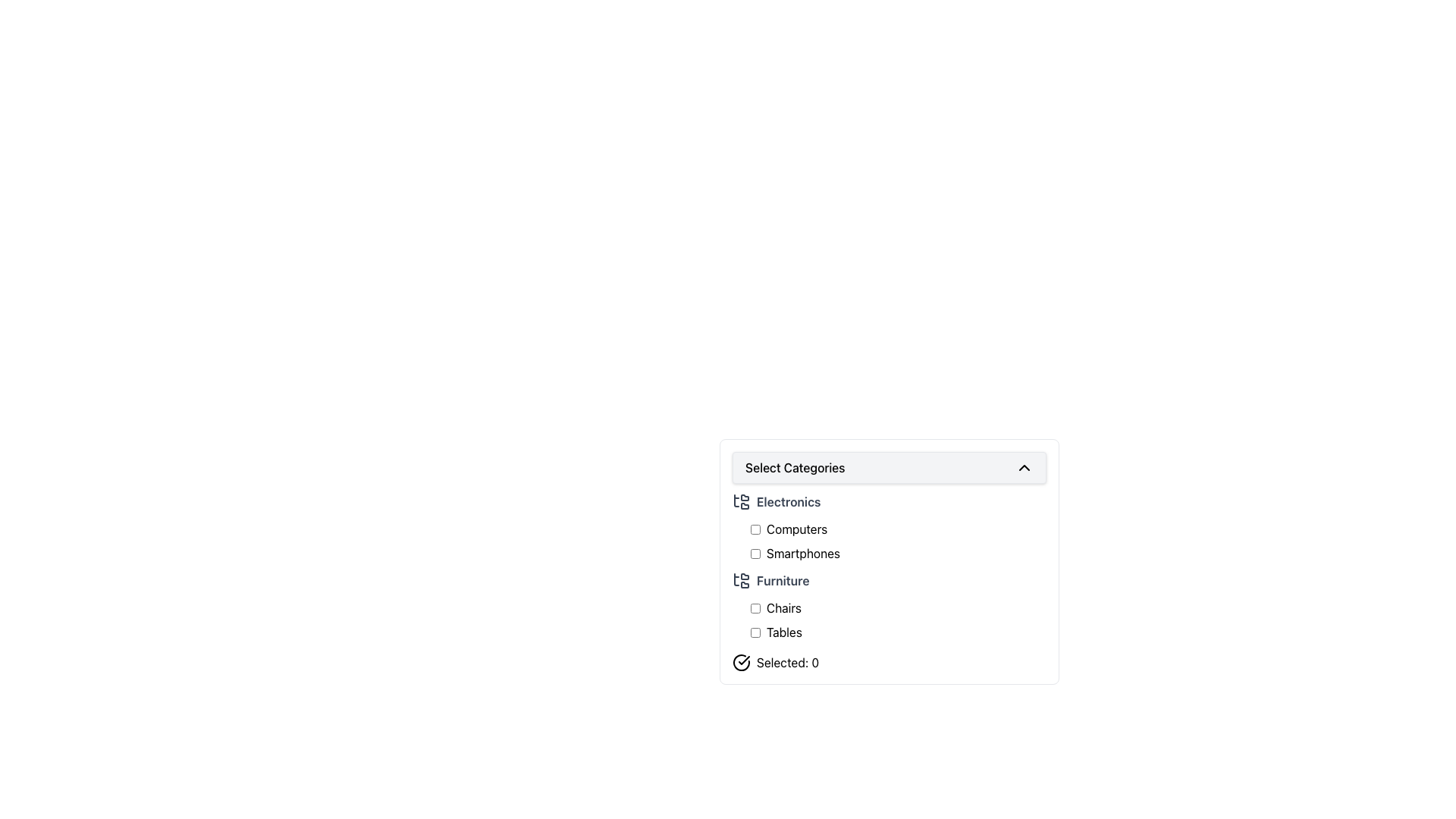  Describe the element at coordinates (889, 581) in the screenshot. I see `the checkboxes in the 'Select Categories' element` at that location.